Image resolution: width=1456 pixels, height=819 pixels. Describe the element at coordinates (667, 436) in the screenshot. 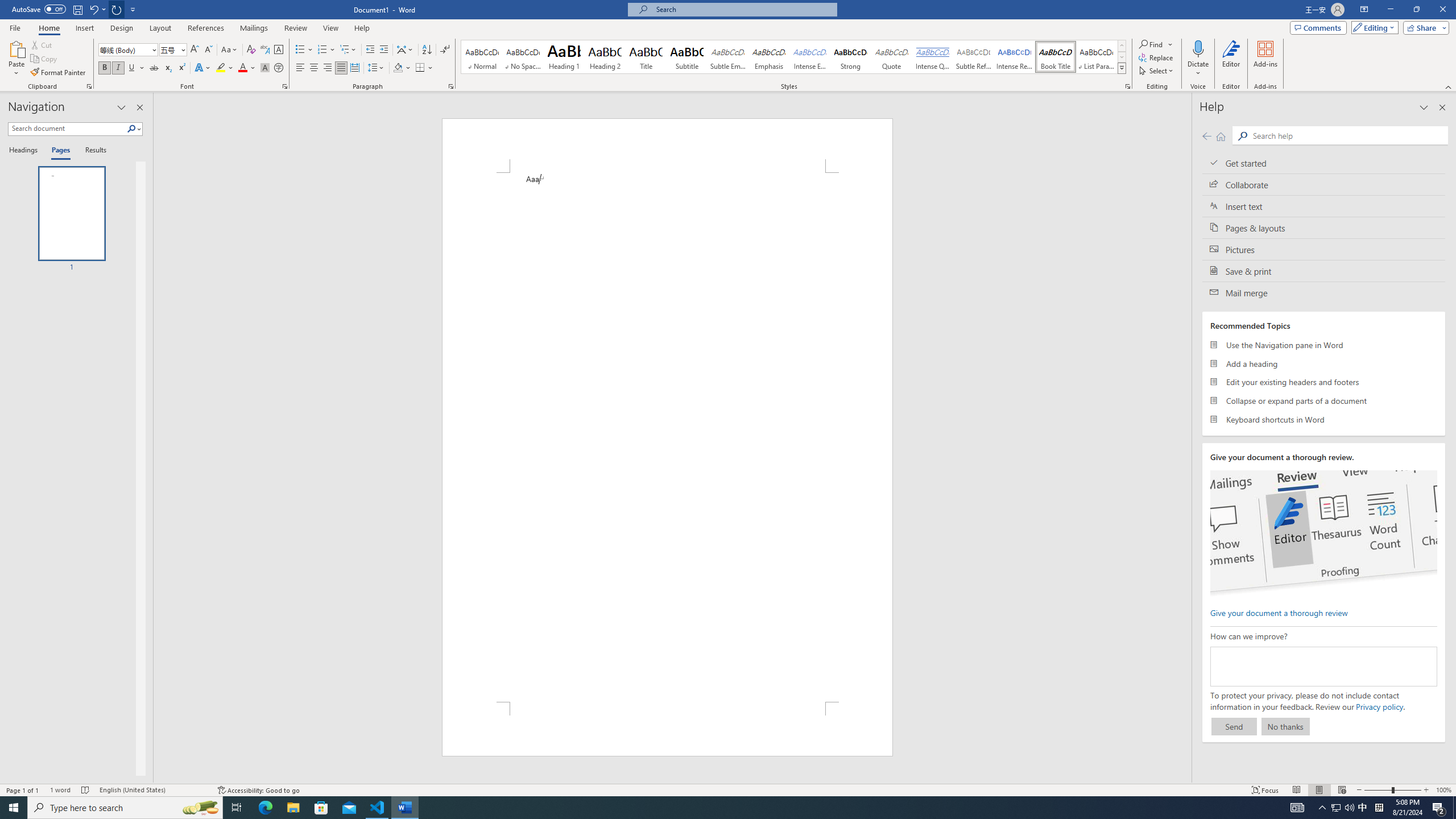

I see `'Page 1 content'` at that location.